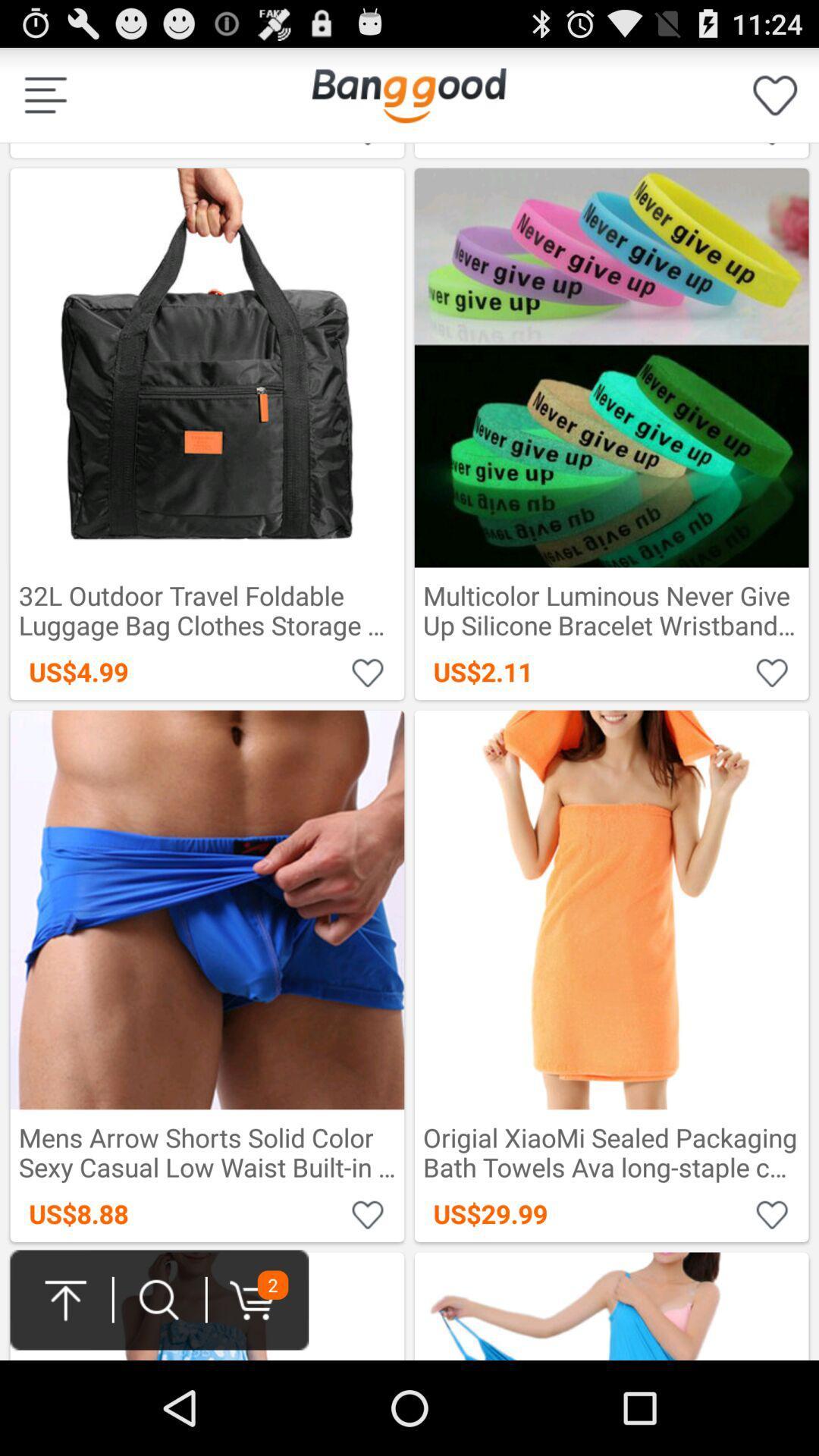  What do you see at coordinates (772, 1213) in the screenshot?
I see `like` at bounding box center [772, 1213].